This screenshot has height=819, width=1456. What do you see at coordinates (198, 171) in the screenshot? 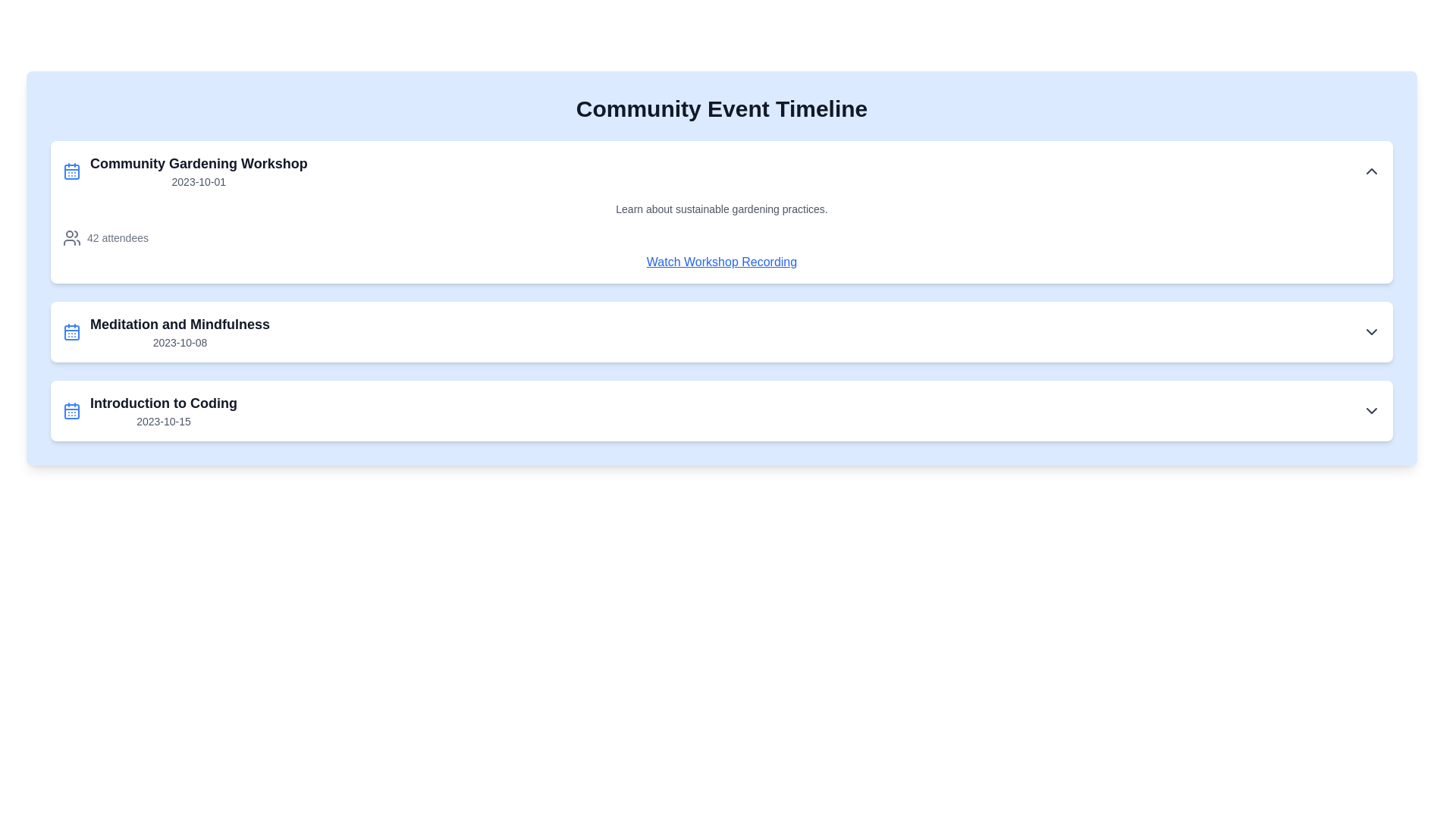
I see `title 'Community Gardening Workshop' and the date '2023-10-01' displayed in bold and gray font, respectively, located at the top of the first event card` at bounding box center [198, 171].